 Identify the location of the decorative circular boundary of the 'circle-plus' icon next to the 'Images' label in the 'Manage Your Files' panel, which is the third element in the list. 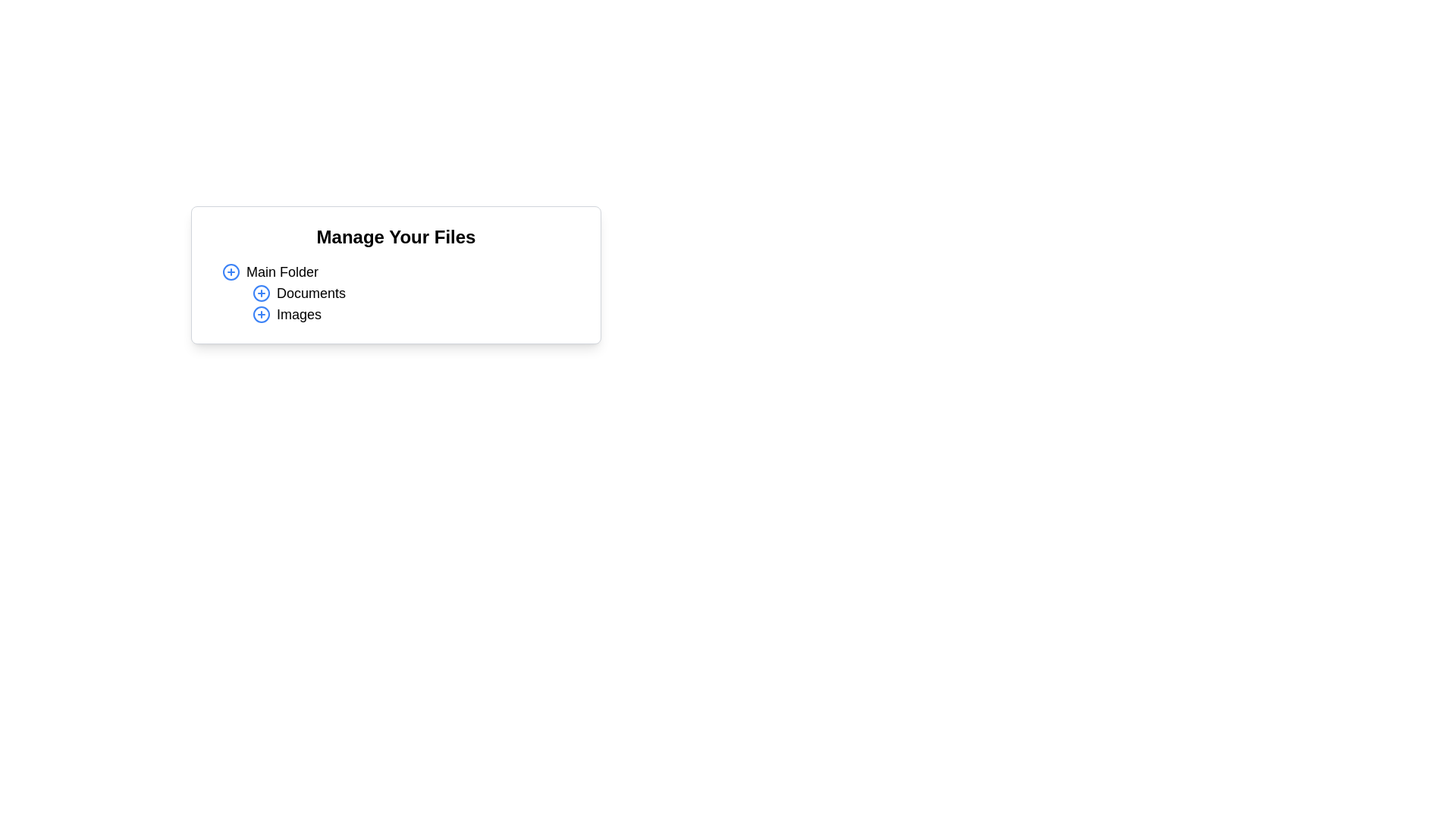
(262, 314).